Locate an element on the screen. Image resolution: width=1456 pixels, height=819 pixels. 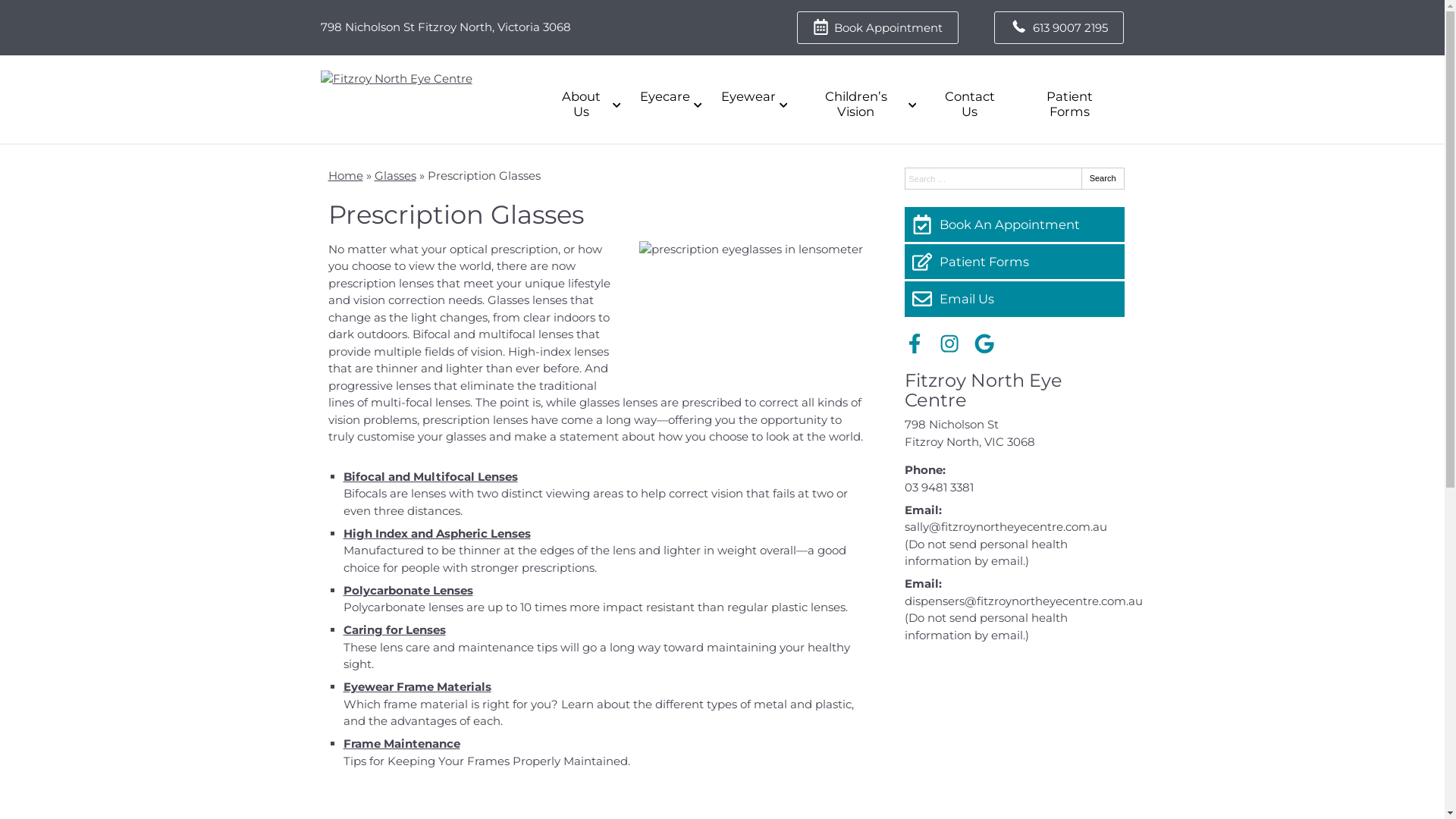
'03 9481 3381' is located at coordinates (903, 487).